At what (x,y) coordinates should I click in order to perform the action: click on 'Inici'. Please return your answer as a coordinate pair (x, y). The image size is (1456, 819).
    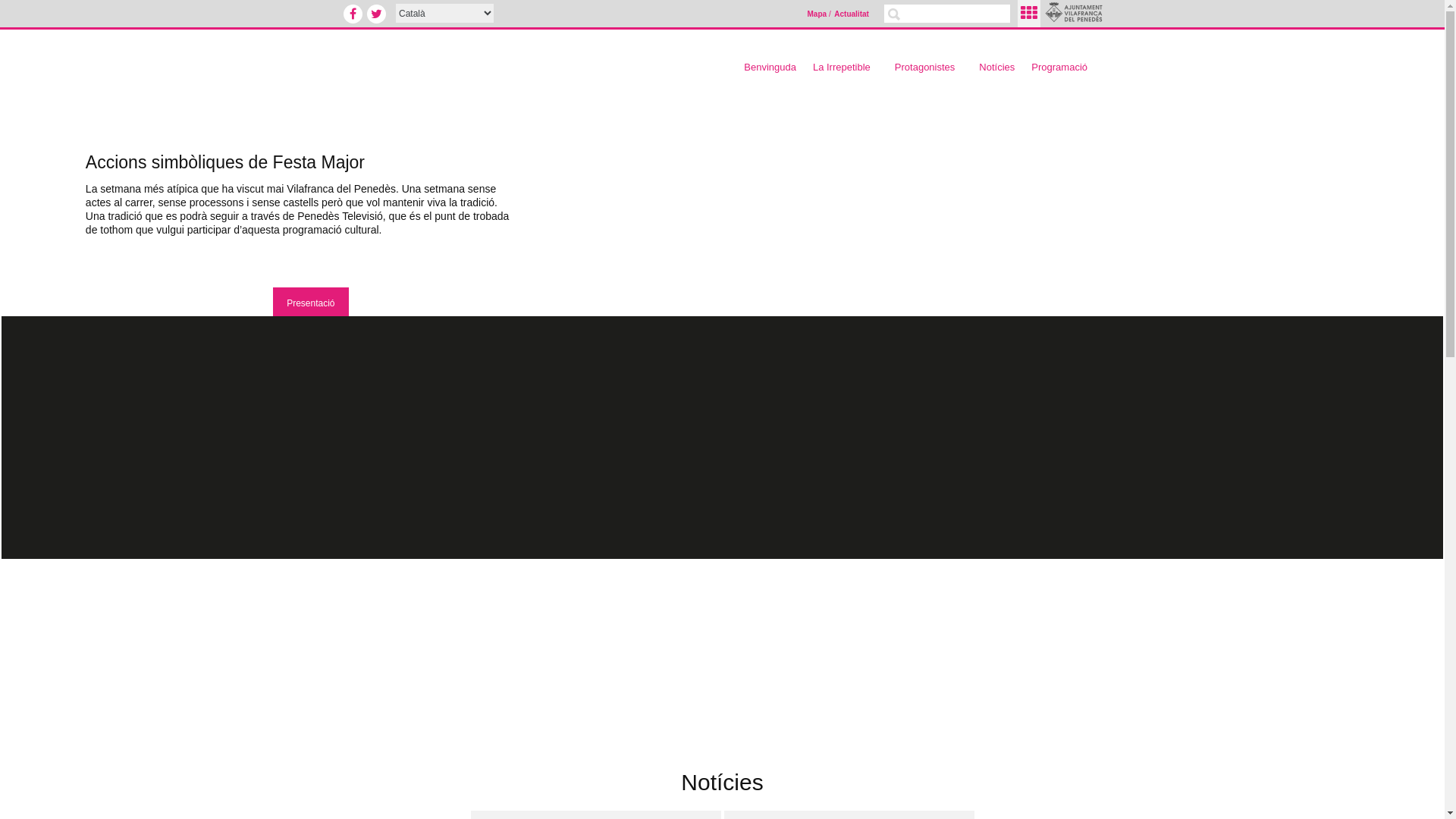
    Looking at the image, I should click on (492, 60).